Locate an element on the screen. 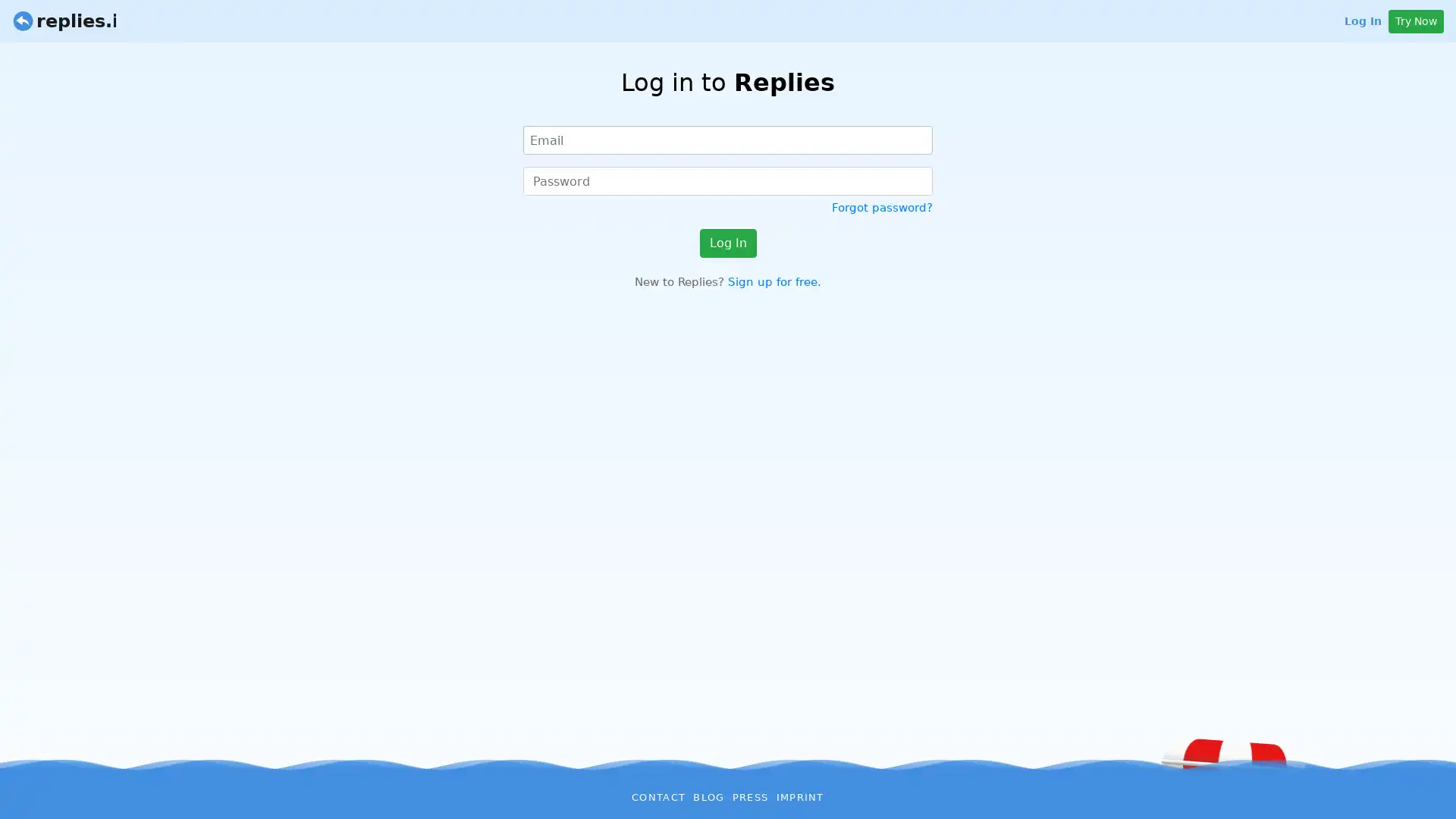 The width and height of the screenshot is (1456, 819). Log In is located at coordinates (726, 242).